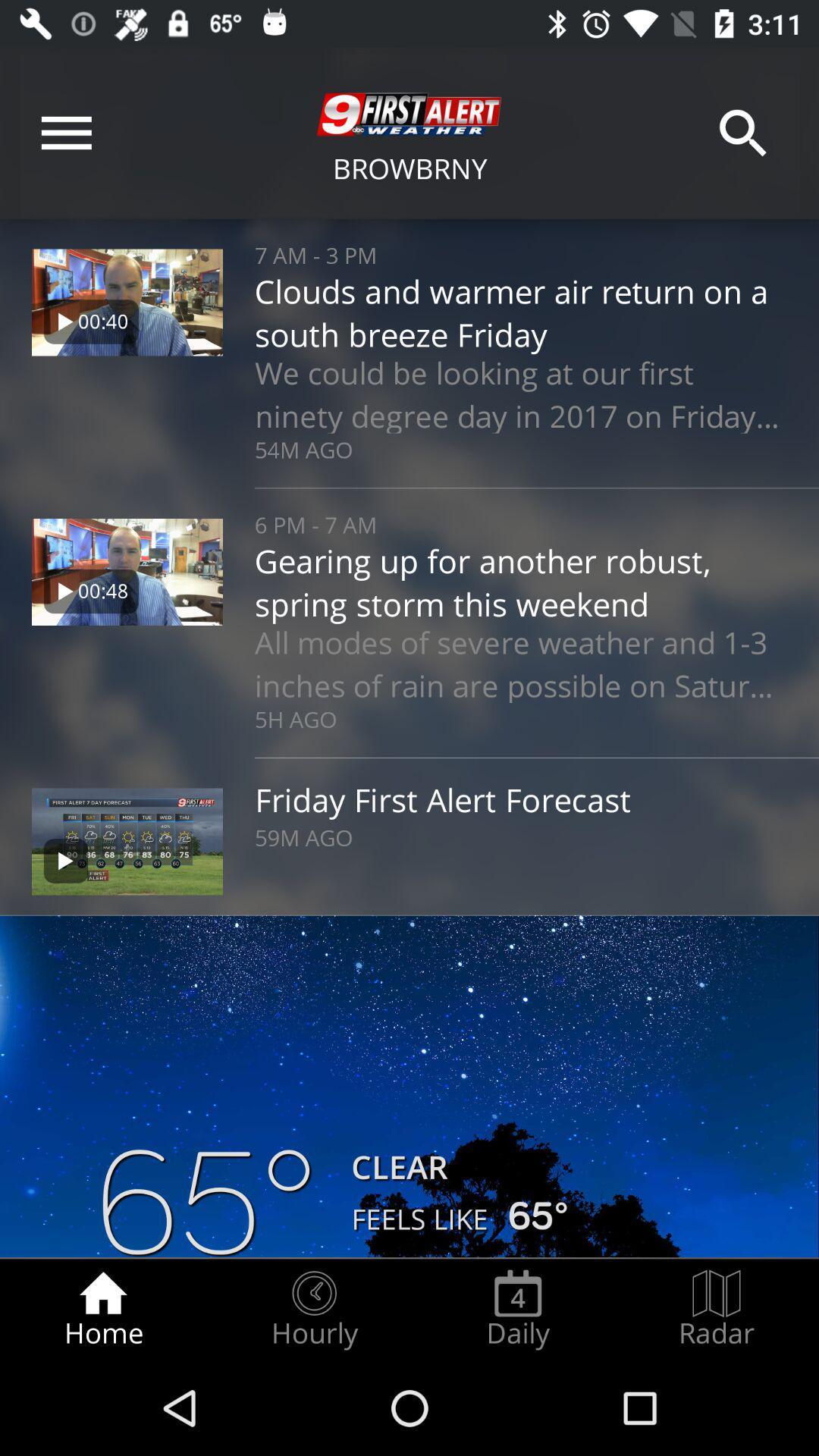  I want to click on the radar icon, so click(717, 1309).